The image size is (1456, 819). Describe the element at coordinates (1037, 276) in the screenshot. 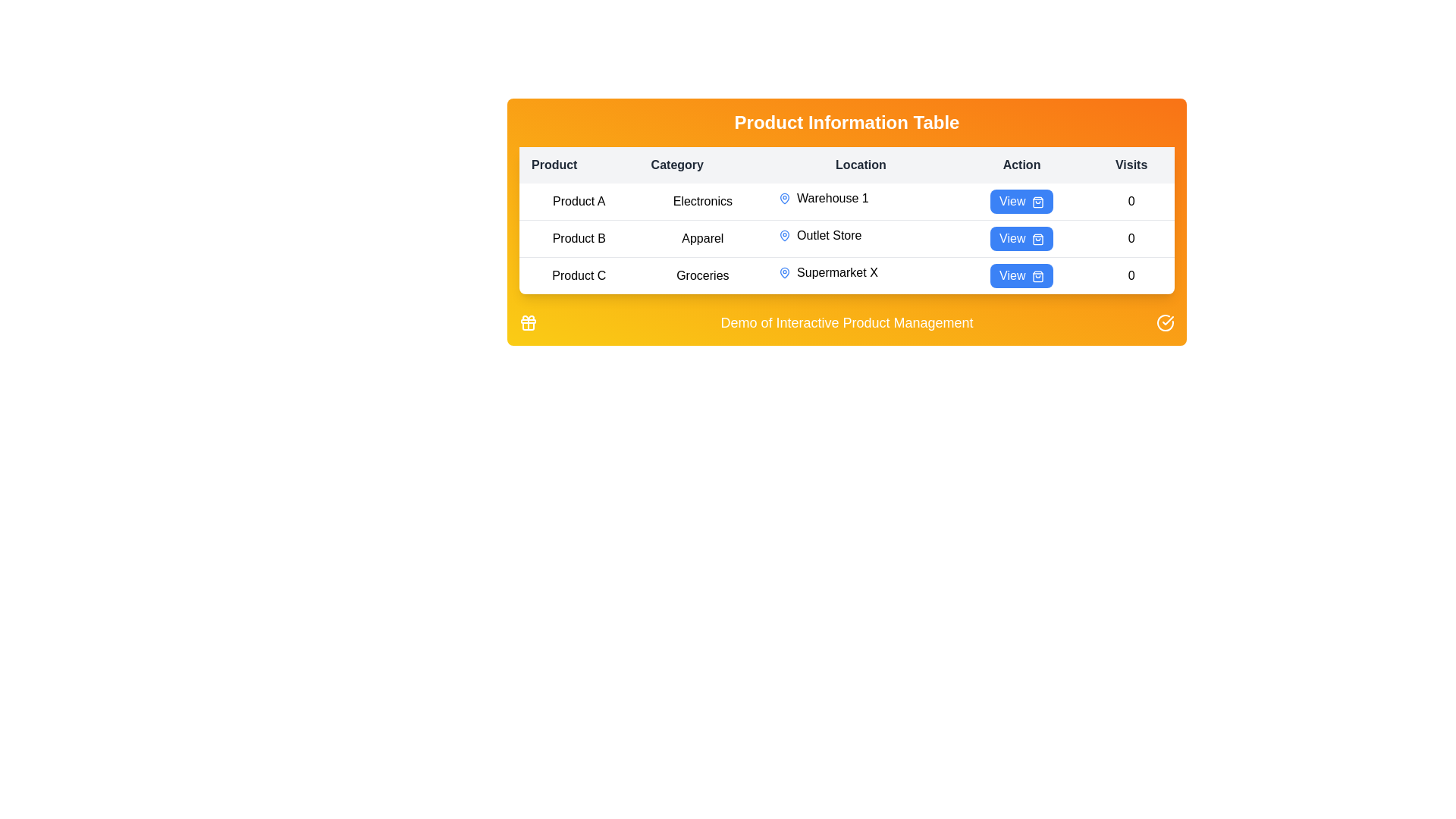

I see `the shopping bag icon located within the blue 'View' button in the 'Action' column of the 'Supermarket X' row, positioned to the right of the text 'View'` at that location.